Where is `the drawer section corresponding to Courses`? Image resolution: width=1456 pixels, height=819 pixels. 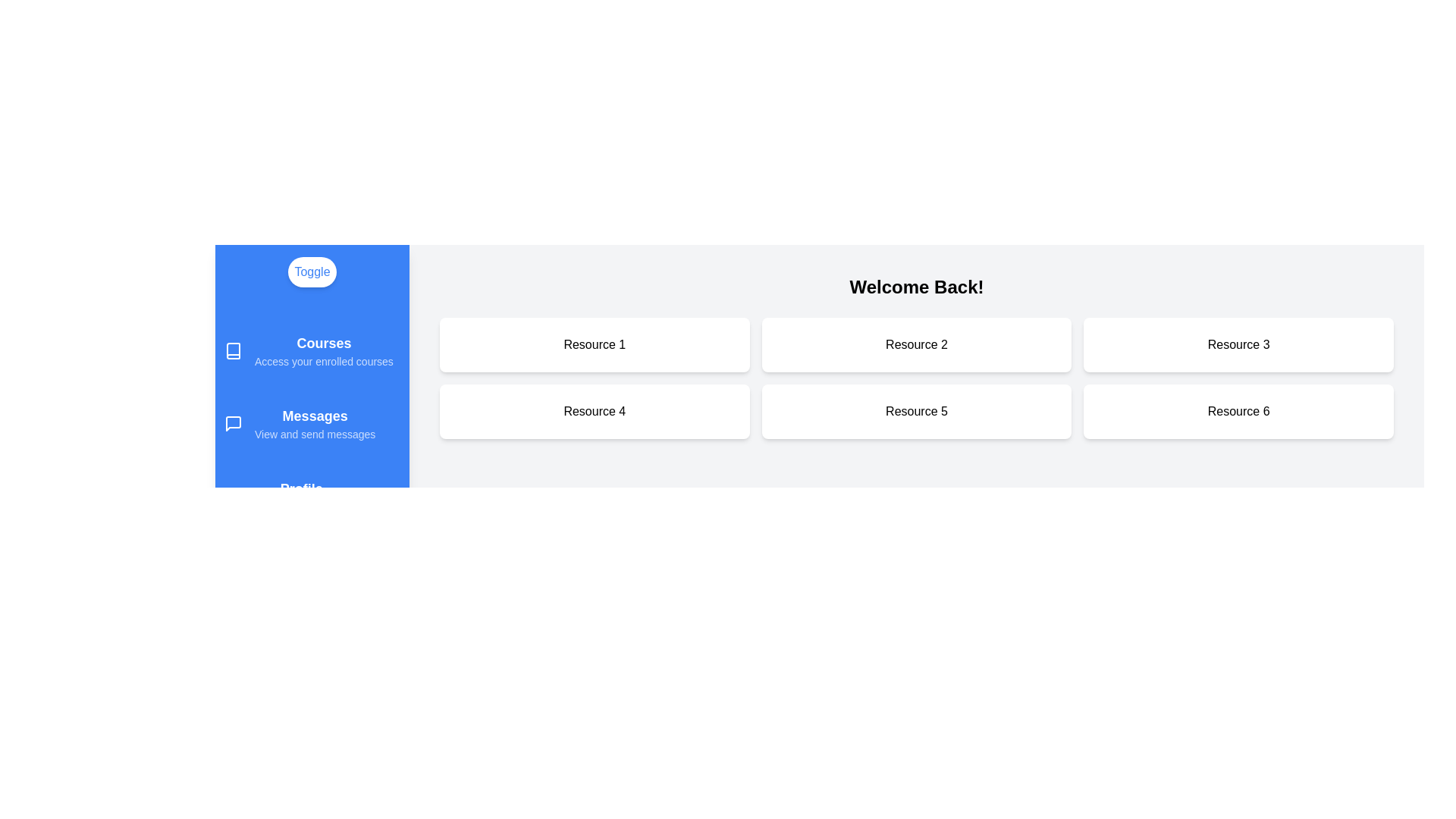
the drawer section corresponding to Courses is located at coordinates (312, 350).